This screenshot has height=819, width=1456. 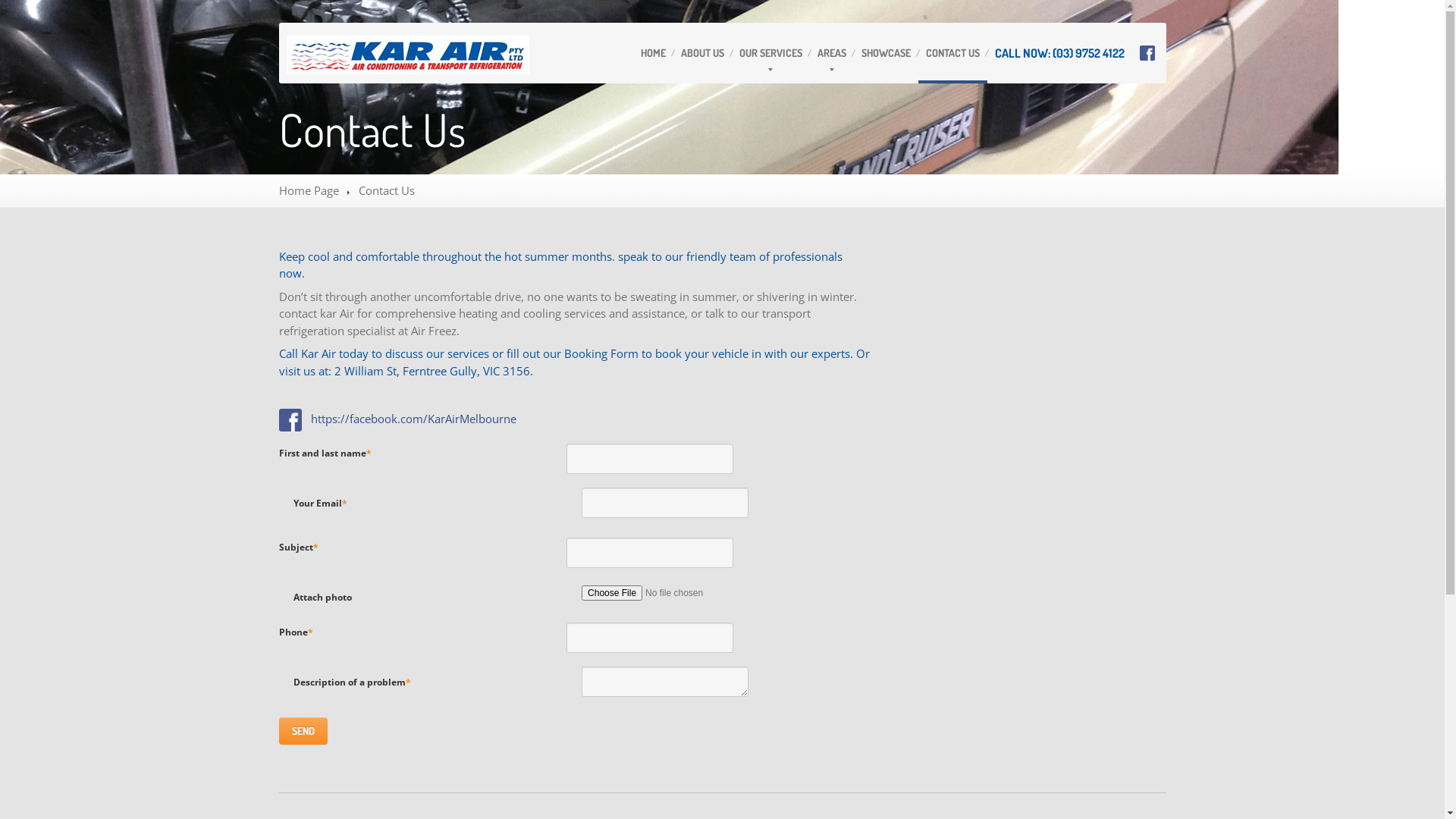 What do you see at coordinates (951, 52) in the screenshot?
I see `'CONTACT US'` at bounding box center [951, 52].